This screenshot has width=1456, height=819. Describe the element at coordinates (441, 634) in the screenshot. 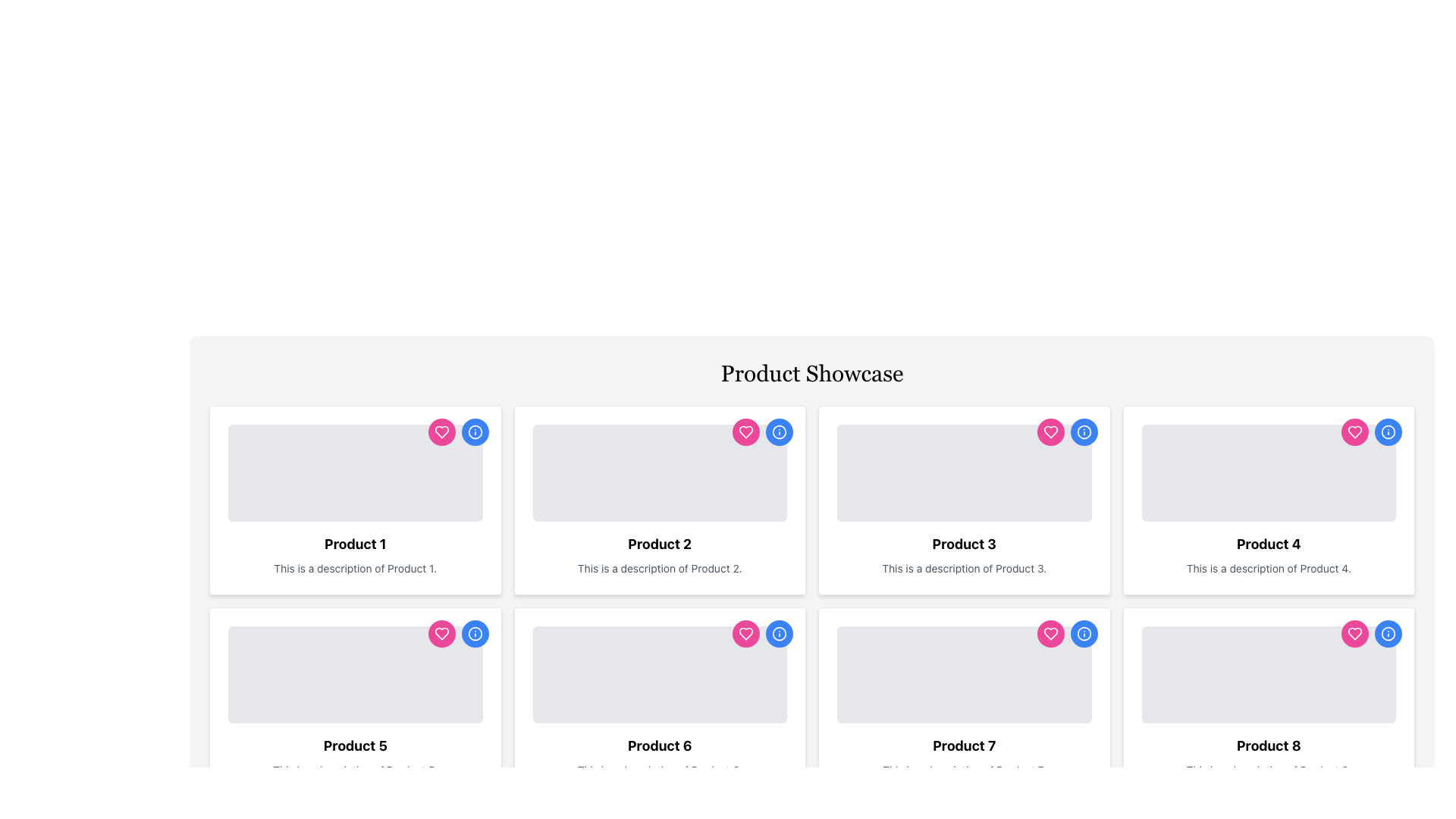

I see `the pink circular button with a white heart icon located in the top-right corner of the 'Product 5' card to express interest` at that location.